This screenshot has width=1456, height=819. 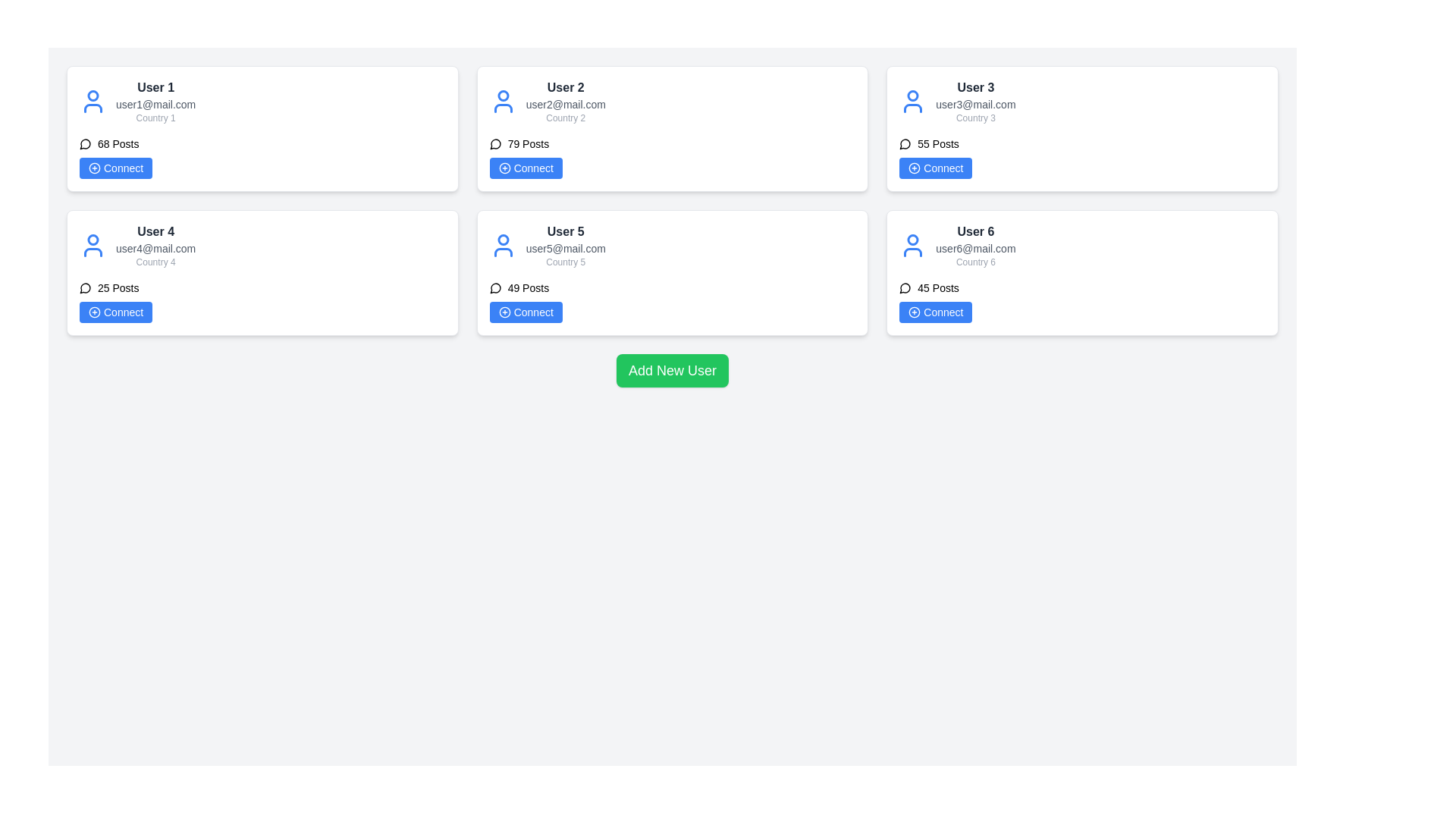 What do you see at coordinates (565, 87) in the screenshot?
I see `the label text that serves as a visual heading for the user, located in the top row of the grid layout, second column` at bounding box center [565, 87].